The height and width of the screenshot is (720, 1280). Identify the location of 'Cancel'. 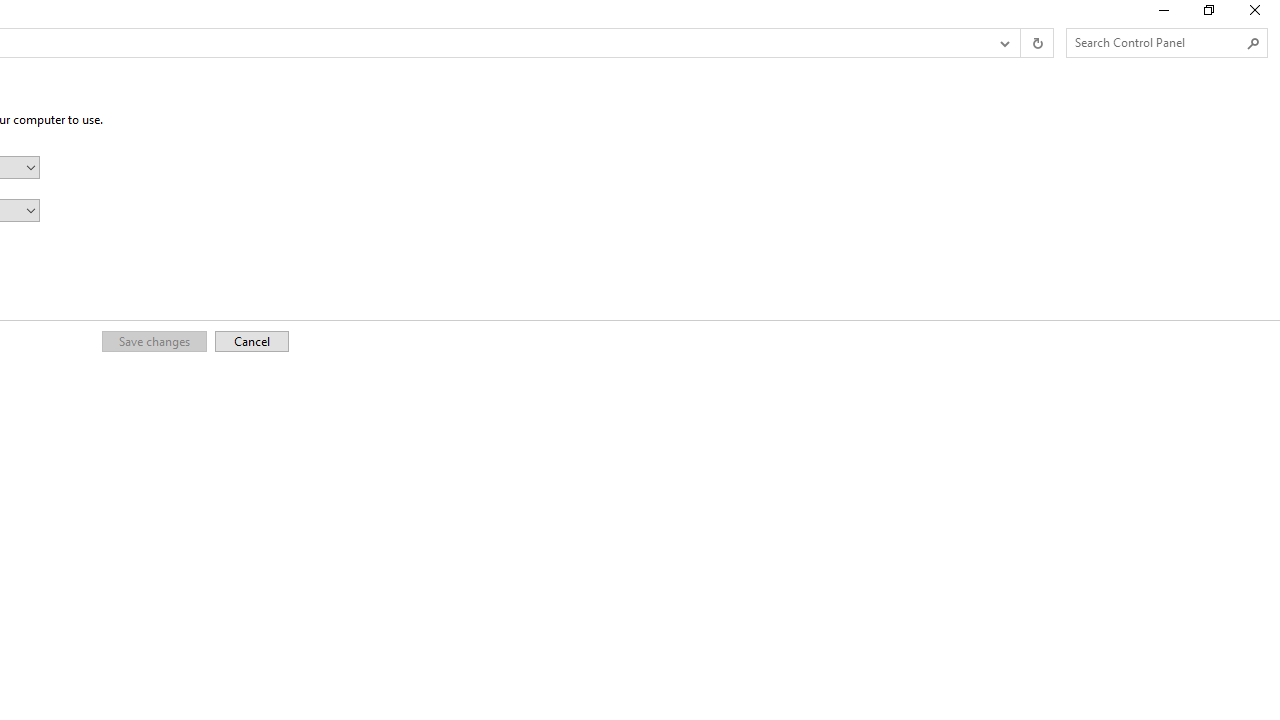
(251, 340).